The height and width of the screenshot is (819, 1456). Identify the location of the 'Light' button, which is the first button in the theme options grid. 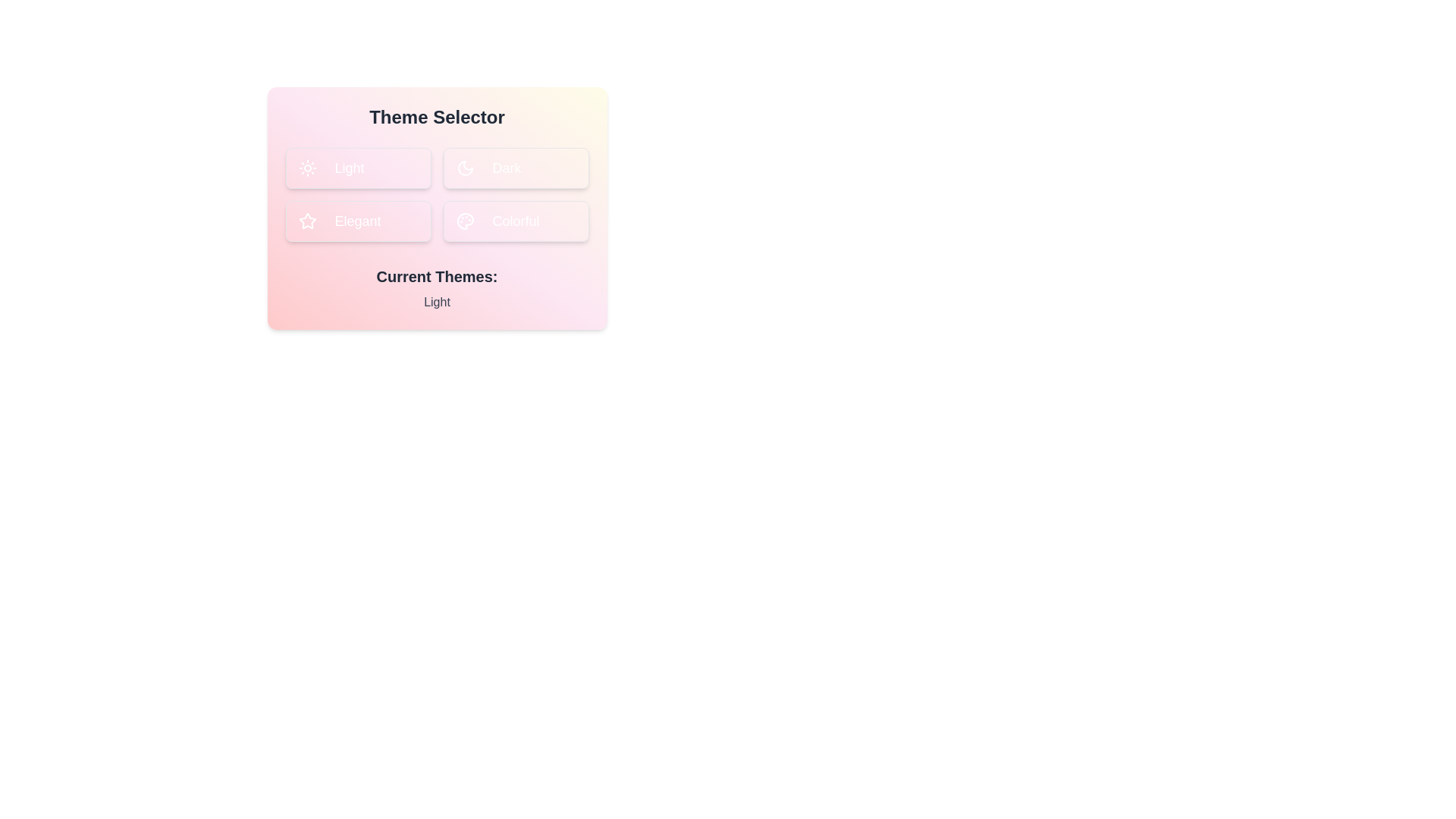
(357, 168).